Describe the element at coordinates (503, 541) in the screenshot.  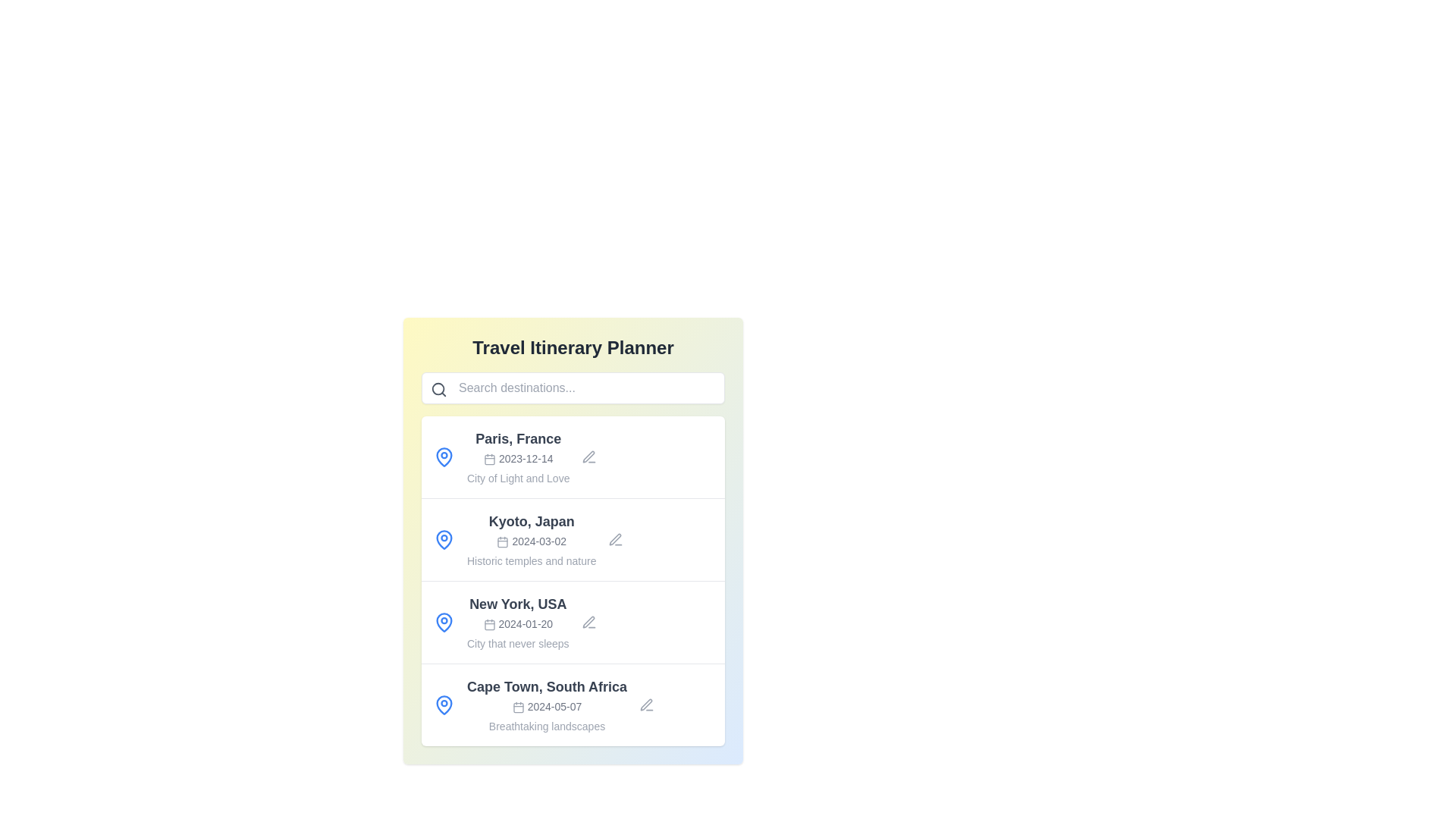
I see `the calendar icon, which is an outline illustration positioned beside the text '2024-03-02' in the 'Kyoto, Japan' list item` at that location.